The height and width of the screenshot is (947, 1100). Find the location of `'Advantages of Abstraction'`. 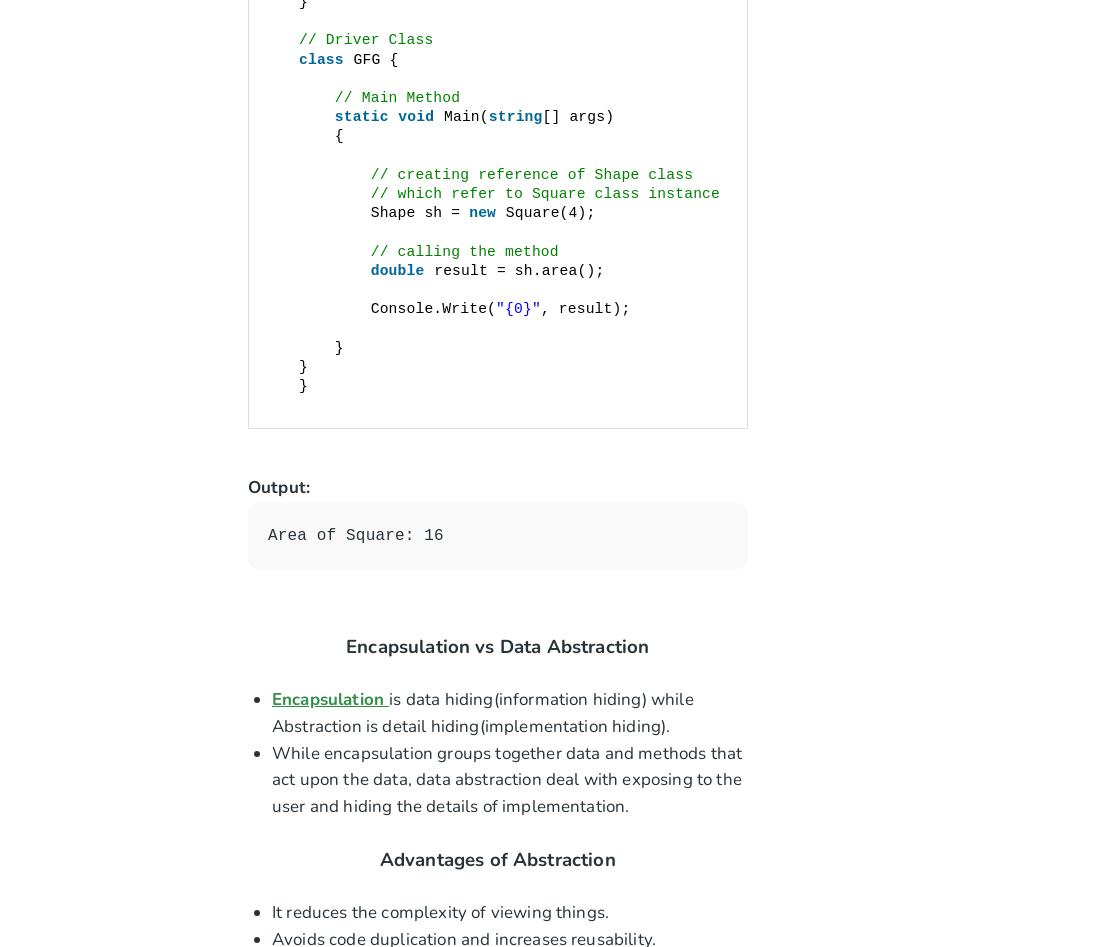

'Advantages of Abstraction' is located at coordinates (496, 858).